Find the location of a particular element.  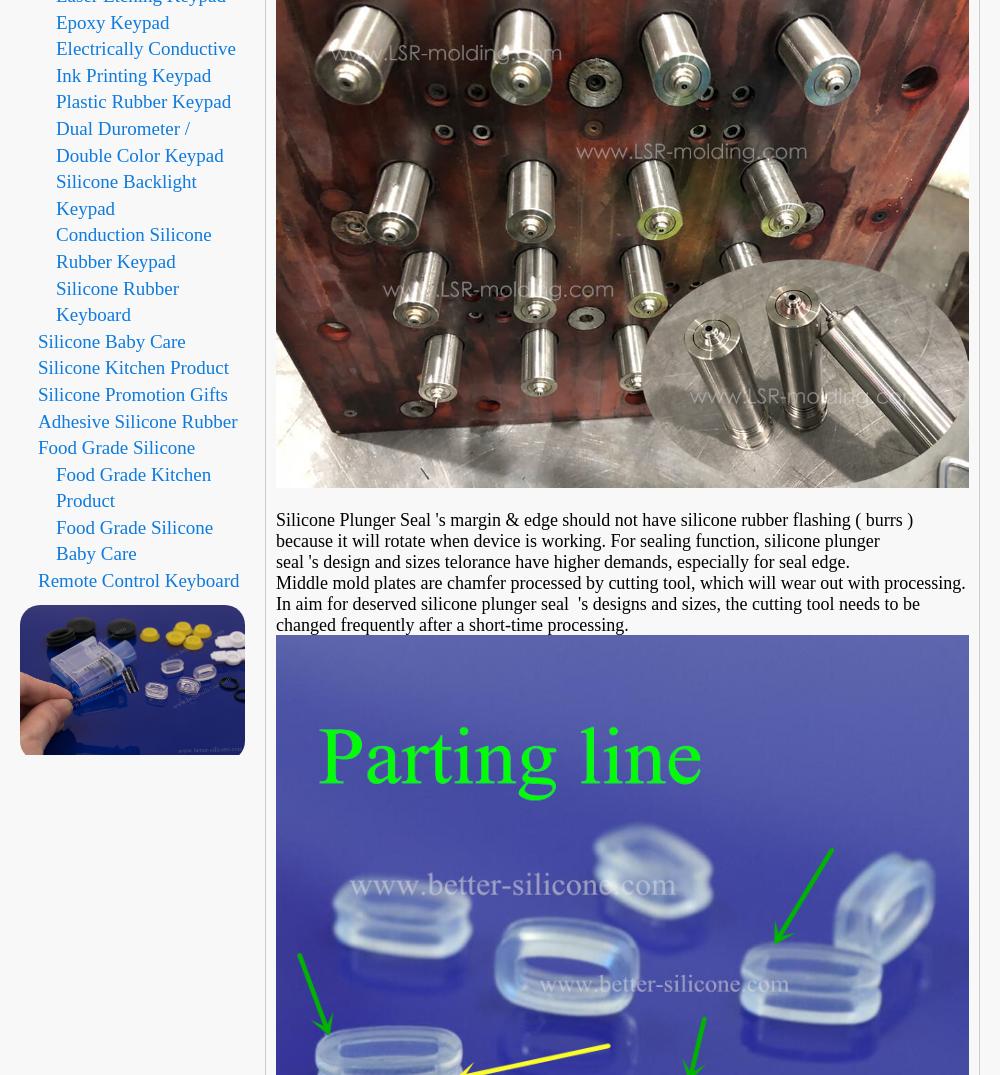

'Adhesive Silicone Rubber' is located at coordinates (137, 419).